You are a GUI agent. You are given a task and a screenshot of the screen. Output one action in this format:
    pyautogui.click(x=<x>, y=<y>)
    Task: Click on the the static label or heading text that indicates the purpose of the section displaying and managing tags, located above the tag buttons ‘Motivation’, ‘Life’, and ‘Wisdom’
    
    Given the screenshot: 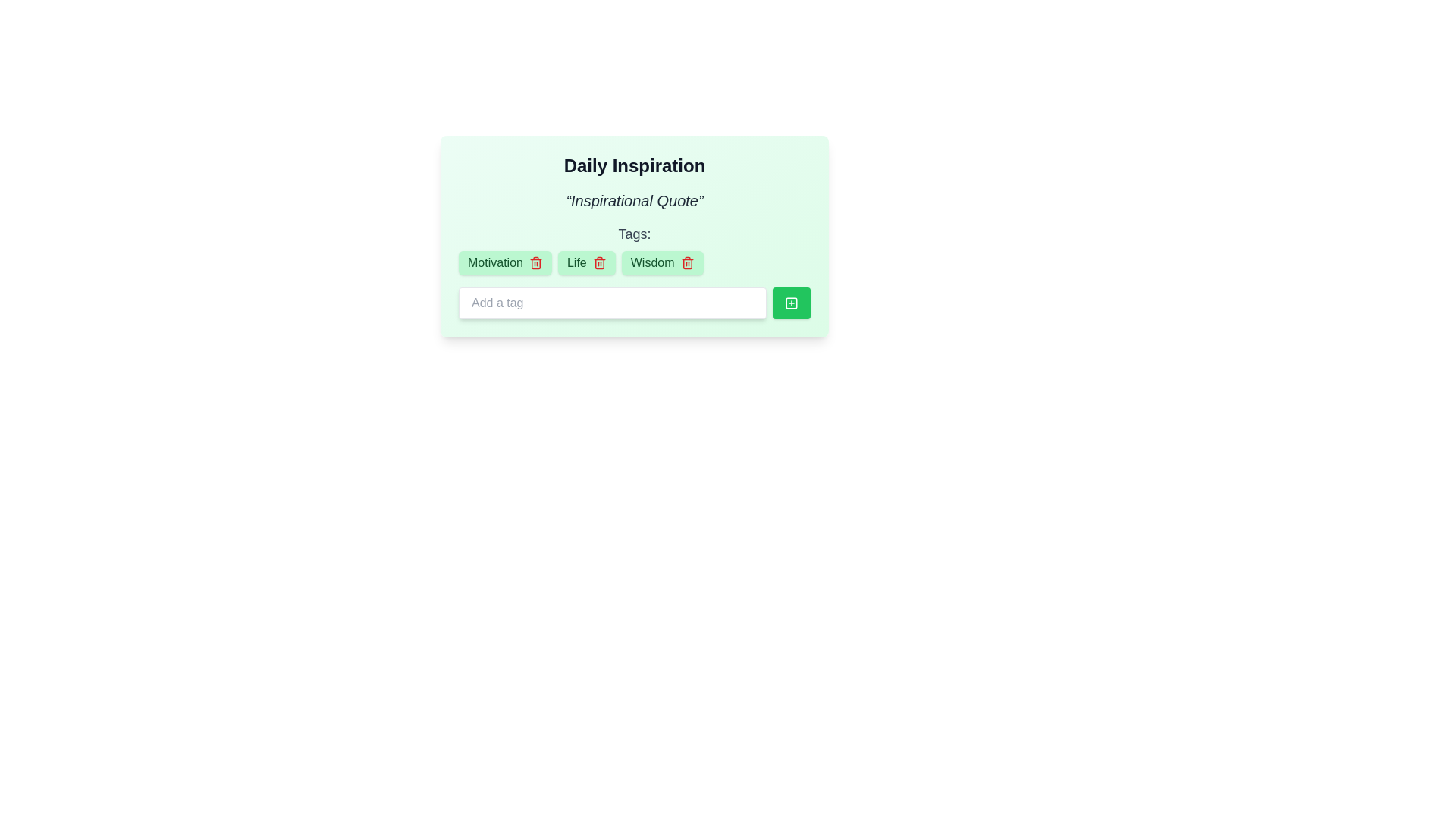 What is the action you would take?
    pyautogui.click(x=634, y=234)
    